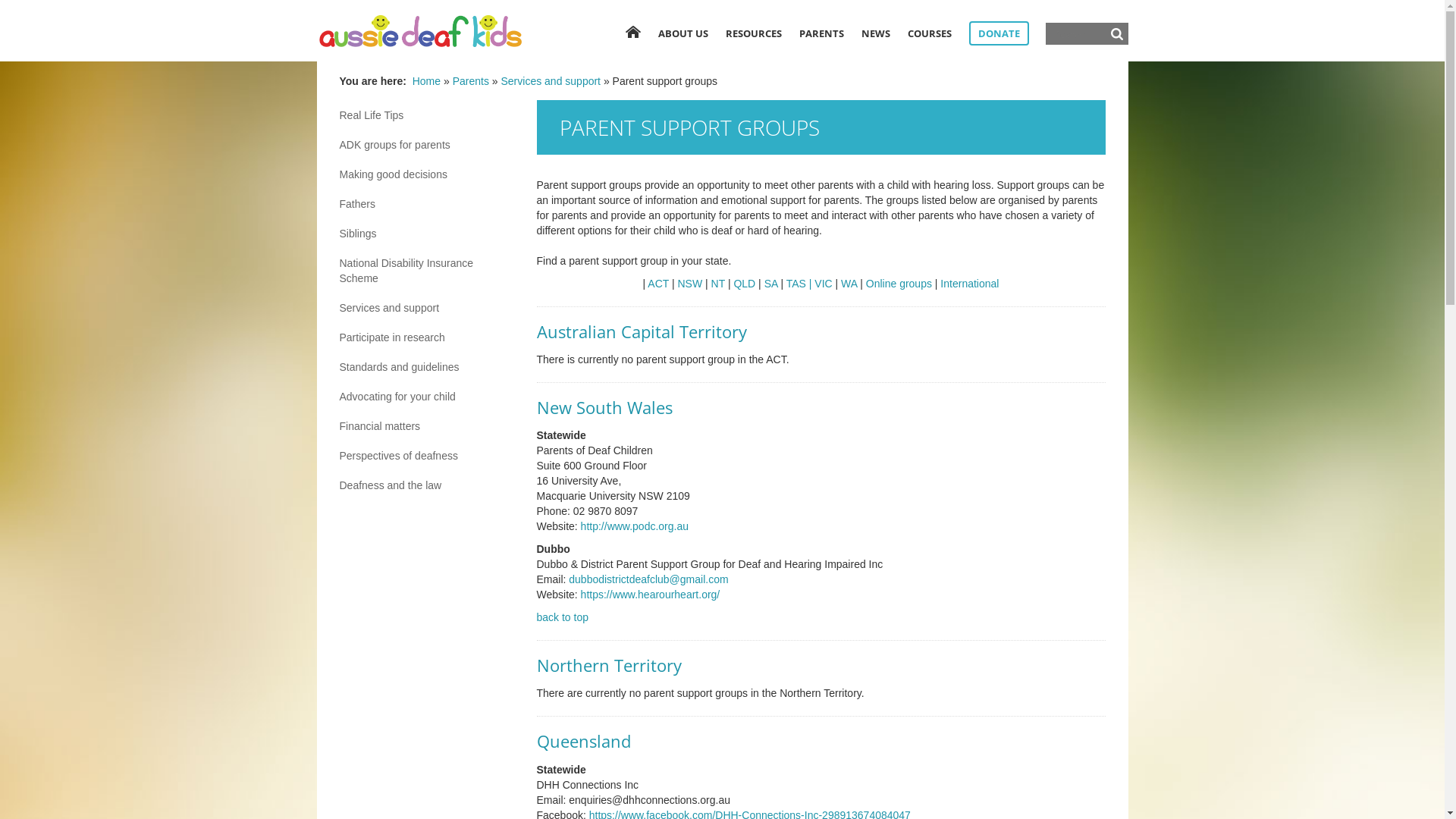 The width and height of the screenshot is (1456, 819). What do you see at coordinates (425, 145) in the screenshot?
I see `'ADK groups for parents'` at bounding box center [425, 145].